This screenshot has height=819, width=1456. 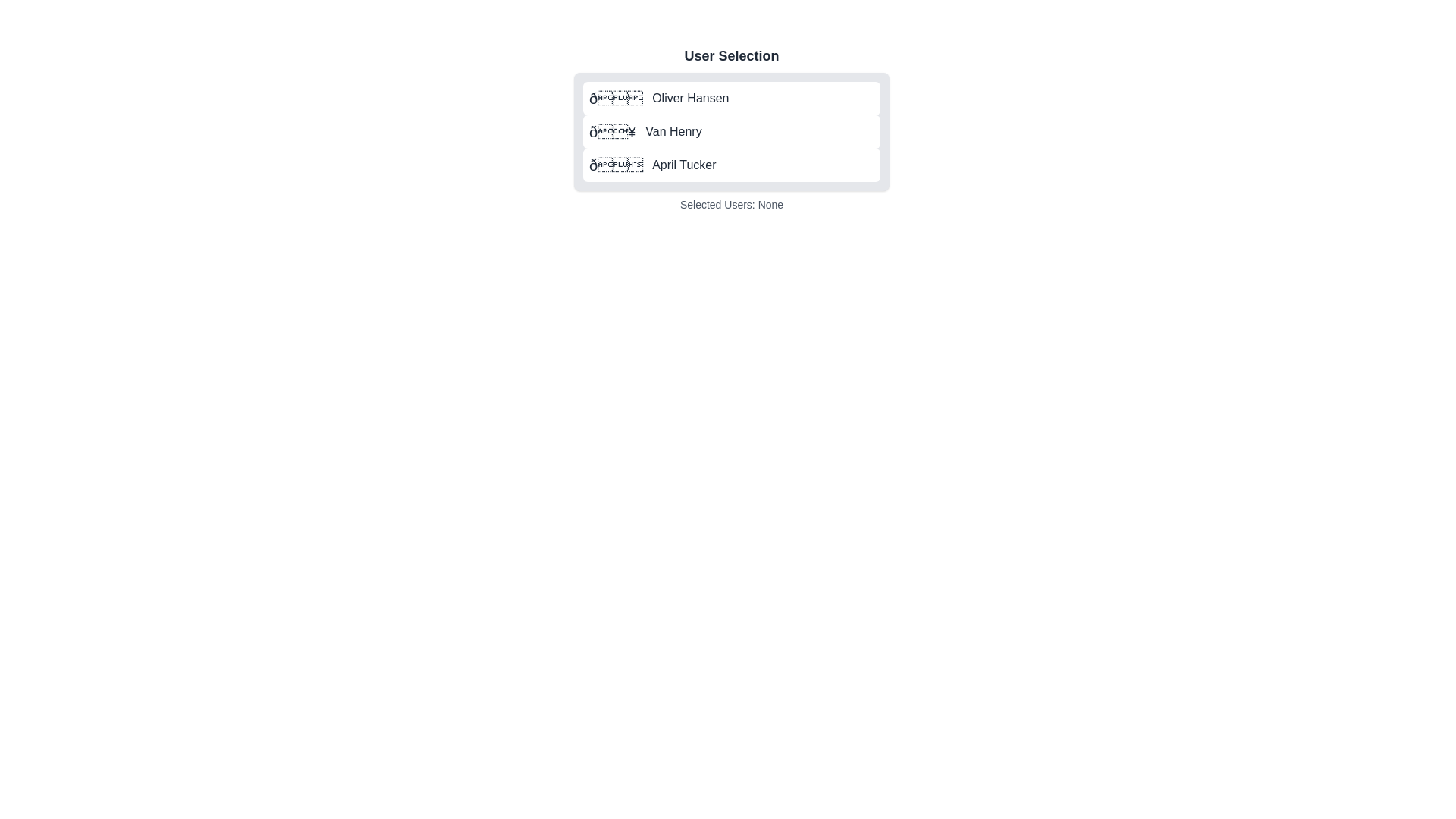 What do you see at coordinates (731, 99) in the screenshot?
I see `the first interactive list item located at the top of the vertical list` at bounding box center [731, 99].